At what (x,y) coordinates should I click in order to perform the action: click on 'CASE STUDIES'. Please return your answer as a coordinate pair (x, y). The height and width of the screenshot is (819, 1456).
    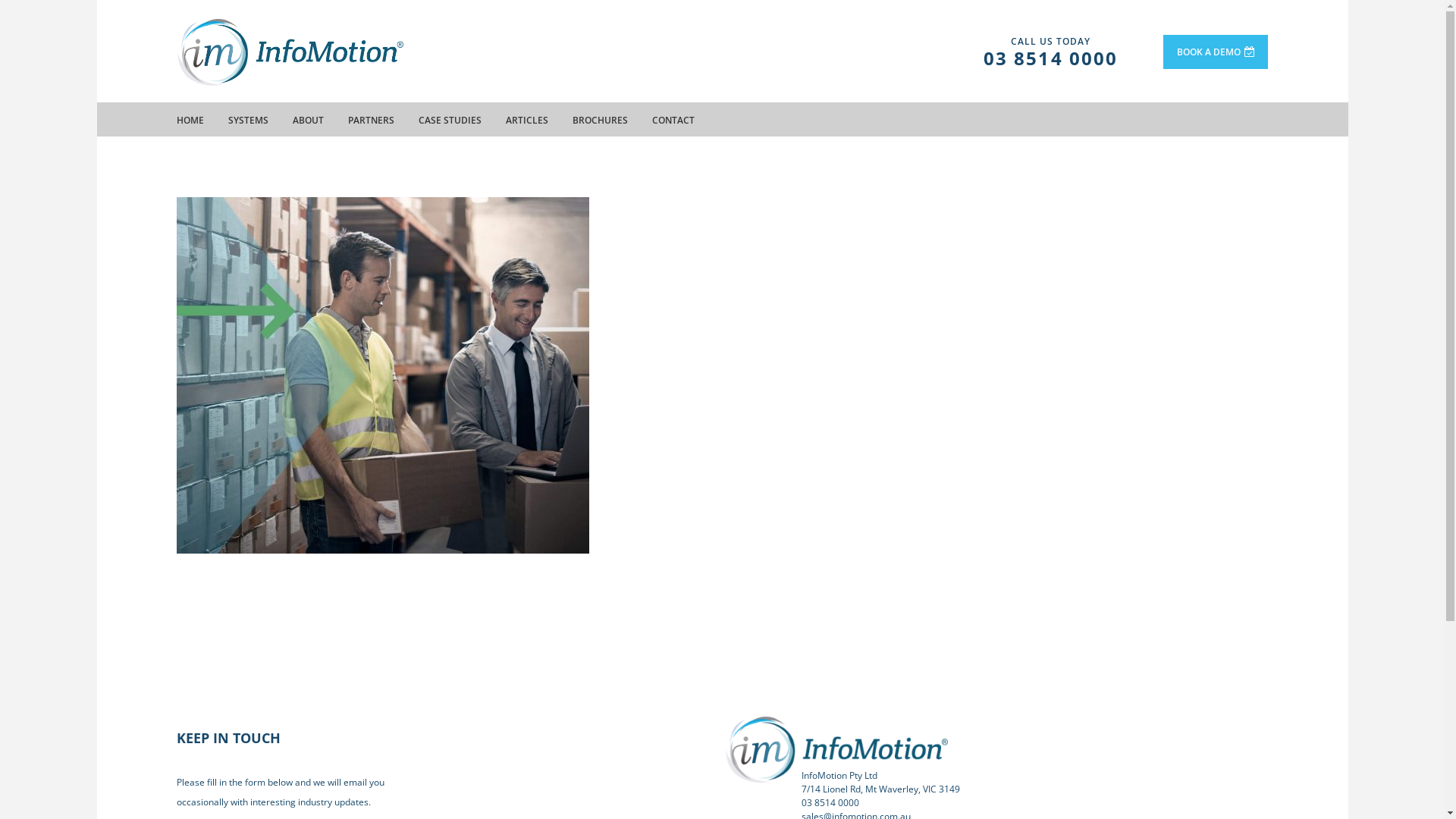
    Looking at the image, I should click on (449, 119).